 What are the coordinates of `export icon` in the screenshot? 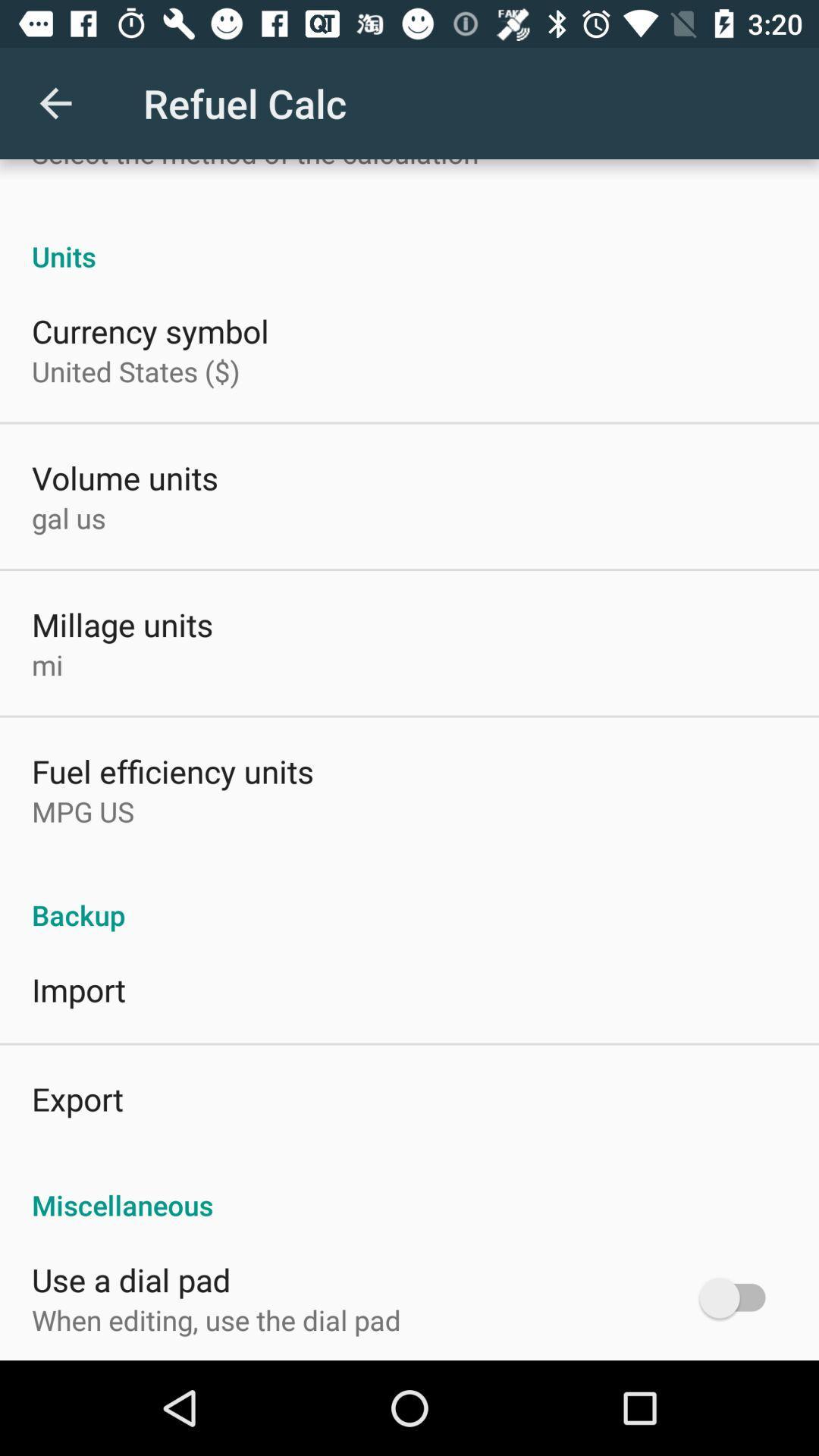 It's located at (77, 1099).